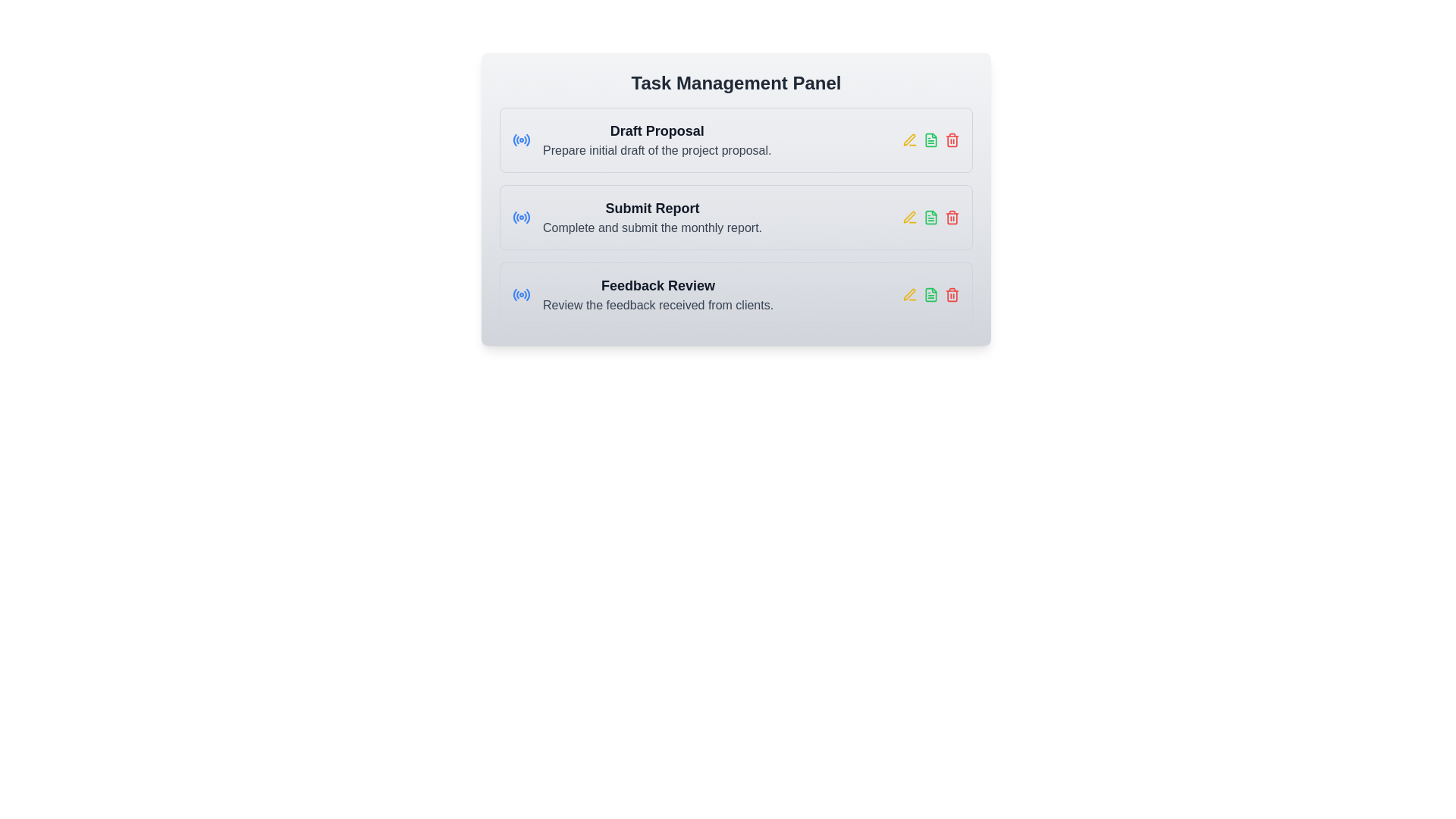 Image resolution: width=1456 pixels, height=819 pixels. I want to click on the green-colored document icon in the third row of the 'Feedback Review' task panel, so click(930, 295).